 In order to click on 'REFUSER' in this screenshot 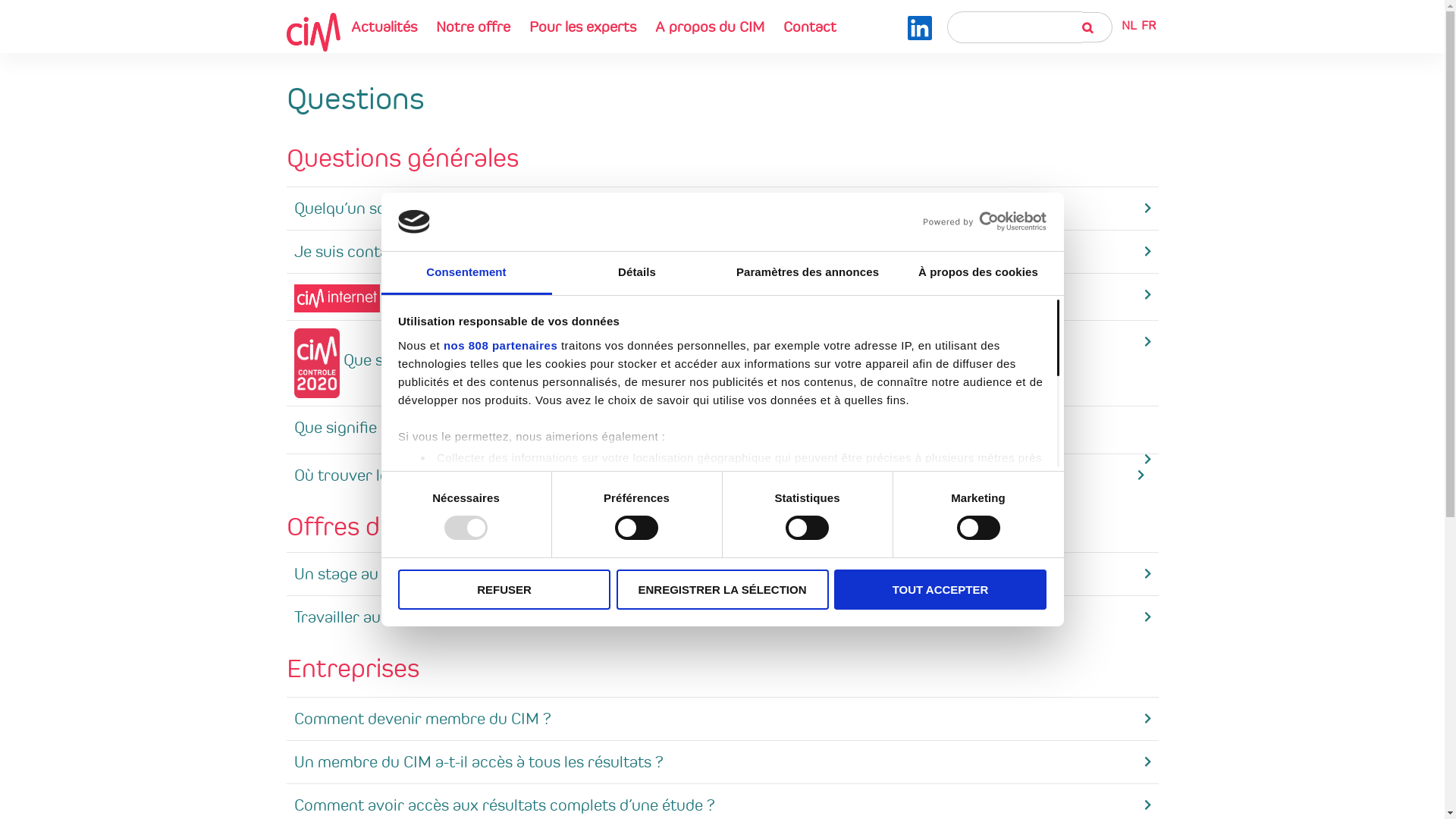, I will do `click(504, 588)`.